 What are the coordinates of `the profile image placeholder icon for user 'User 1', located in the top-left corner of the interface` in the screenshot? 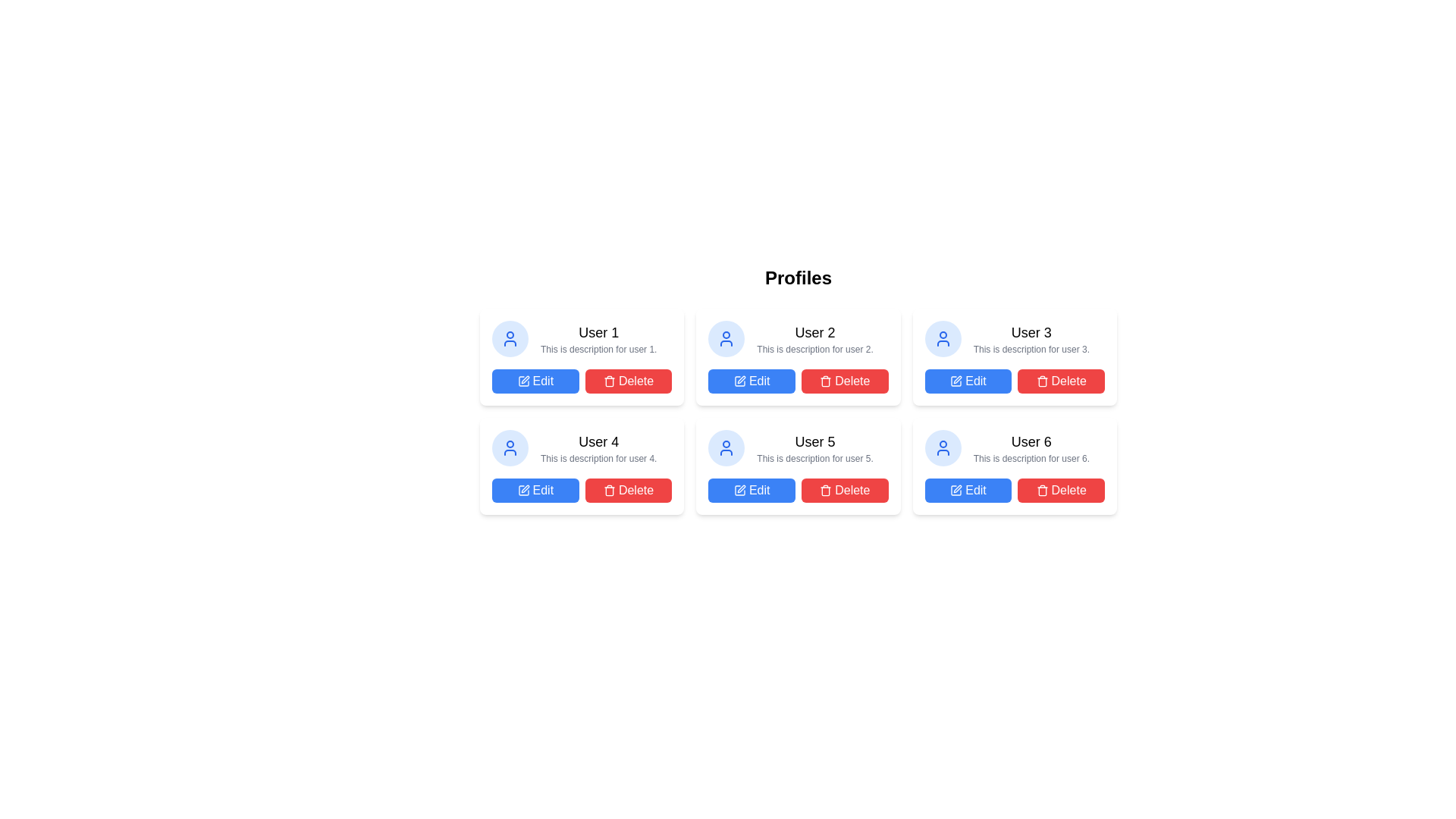 It's located at (510, 338).